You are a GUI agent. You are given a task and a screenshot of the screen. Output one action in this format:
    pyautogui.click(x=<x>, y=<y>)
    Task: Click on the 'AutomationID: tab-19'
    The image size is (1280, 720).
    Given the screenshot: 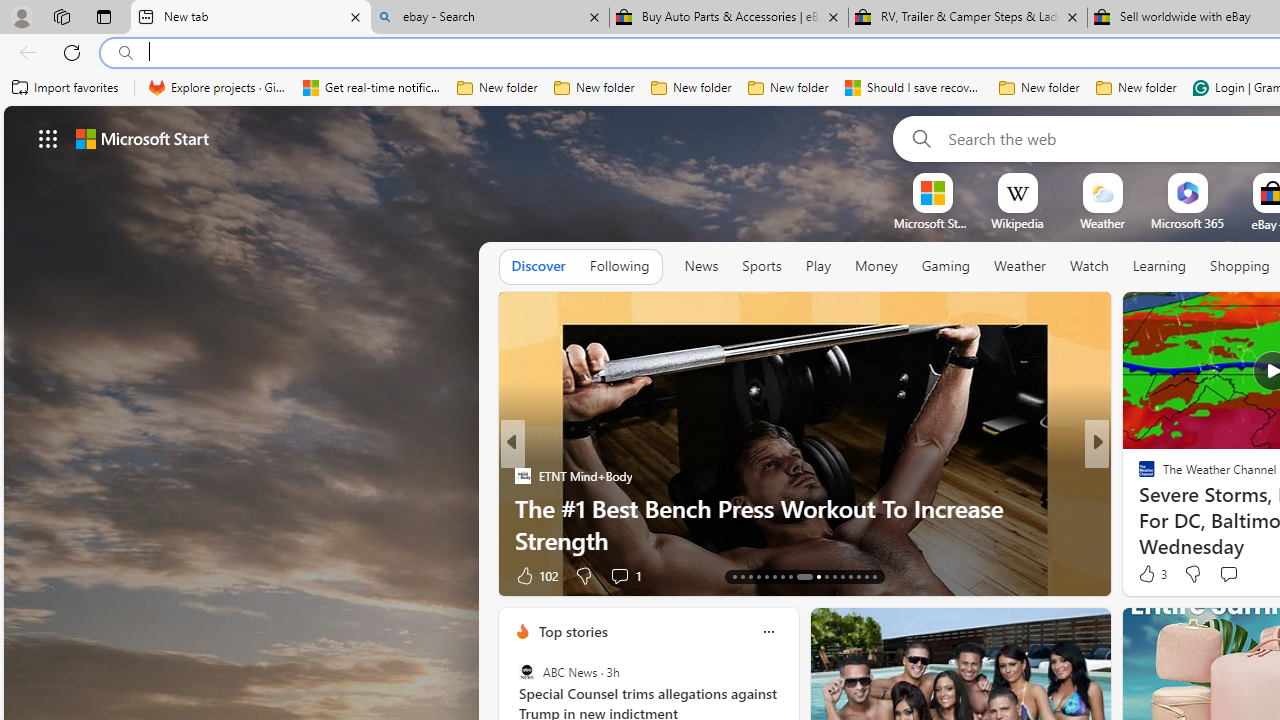 What is the action you would take?
    pyautogui.click(x=781, y=577)
    